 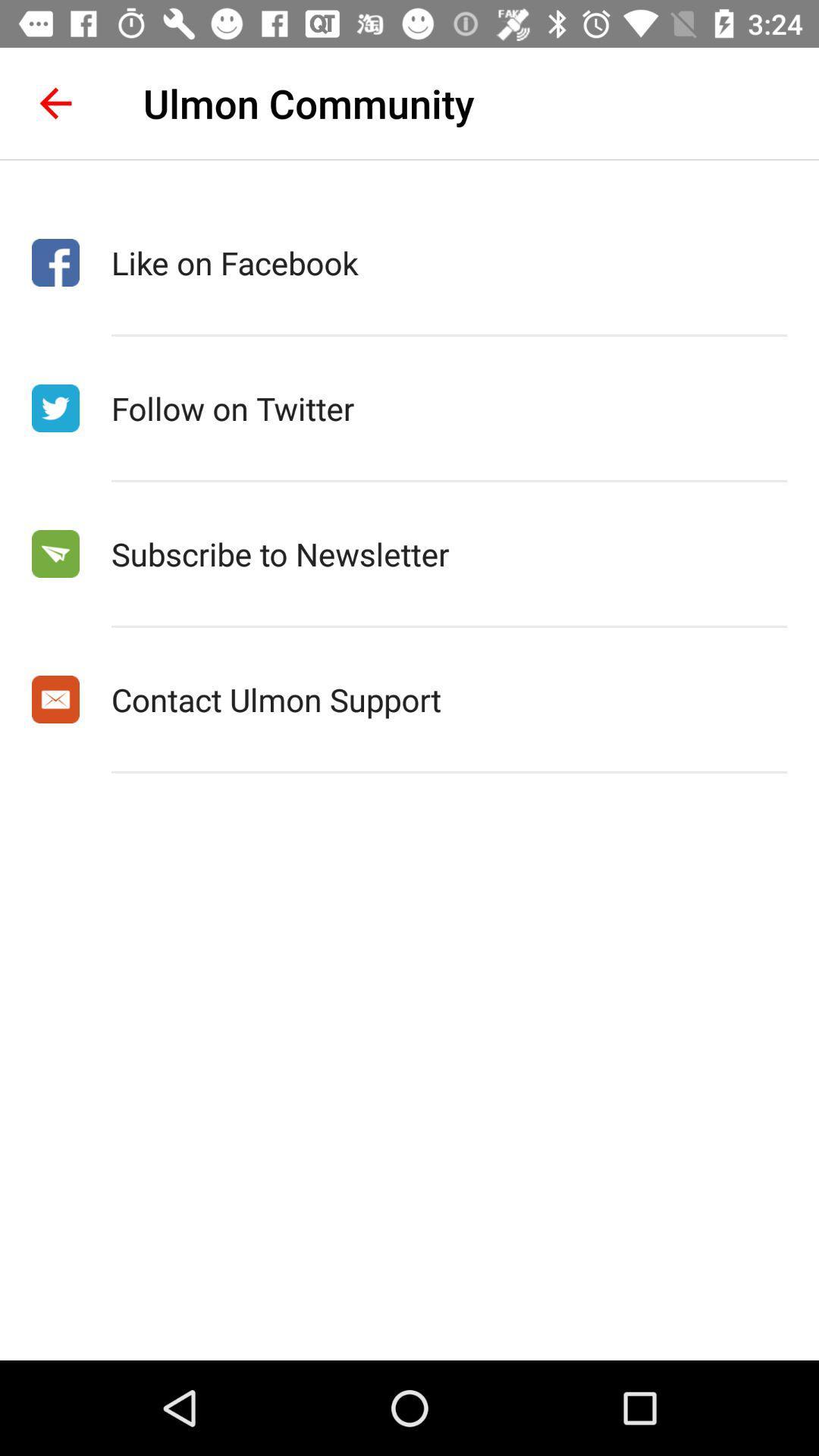 What do you see at coordinates (55, 102) in the screenshot?
I see `the icon next to ulmon community` at bounding box center [55, 102].